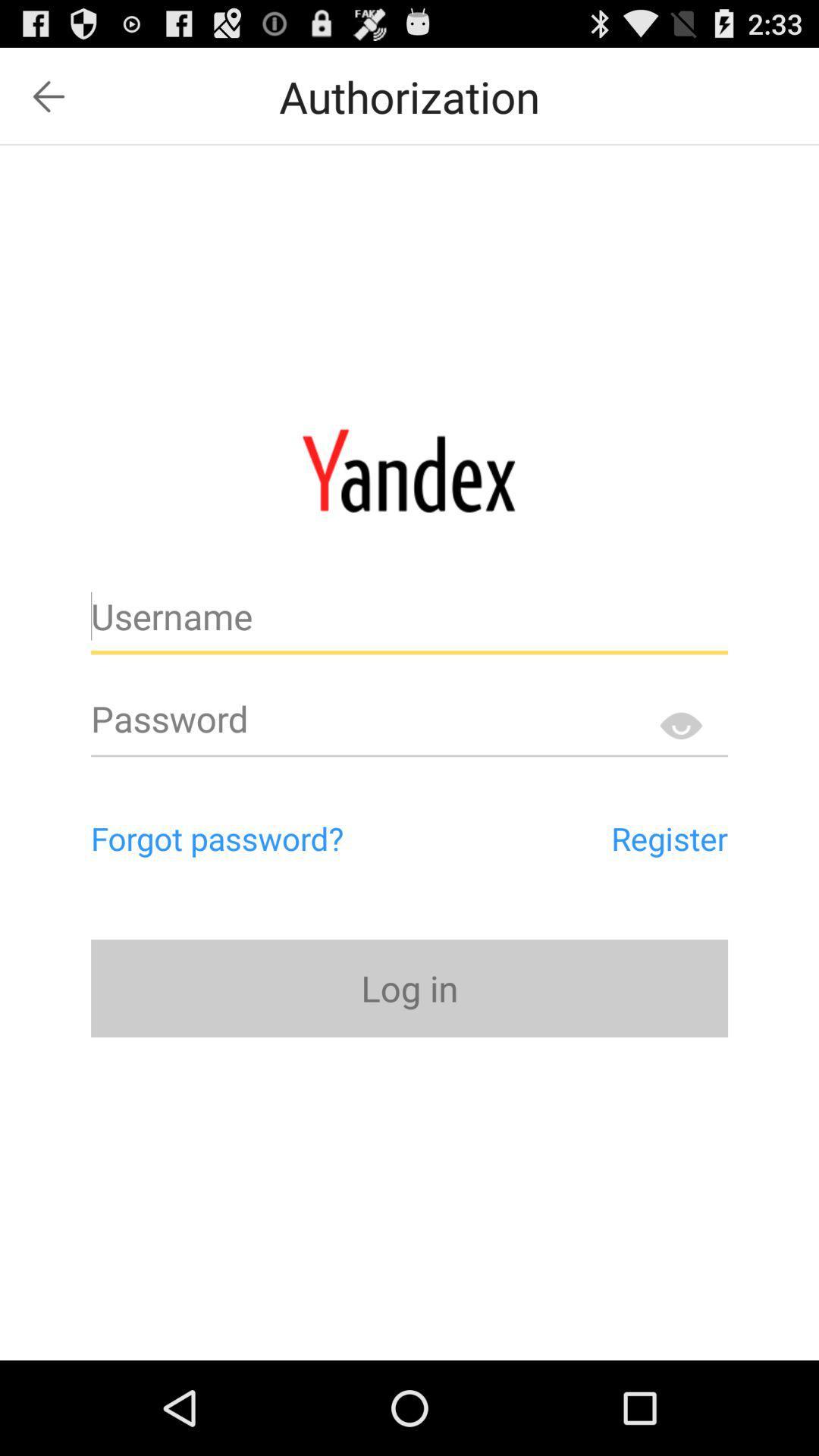  What do you see at coordinates (48, 96) in the screenshot?
I see `item next to authorization` at bounding box center [48, 96].